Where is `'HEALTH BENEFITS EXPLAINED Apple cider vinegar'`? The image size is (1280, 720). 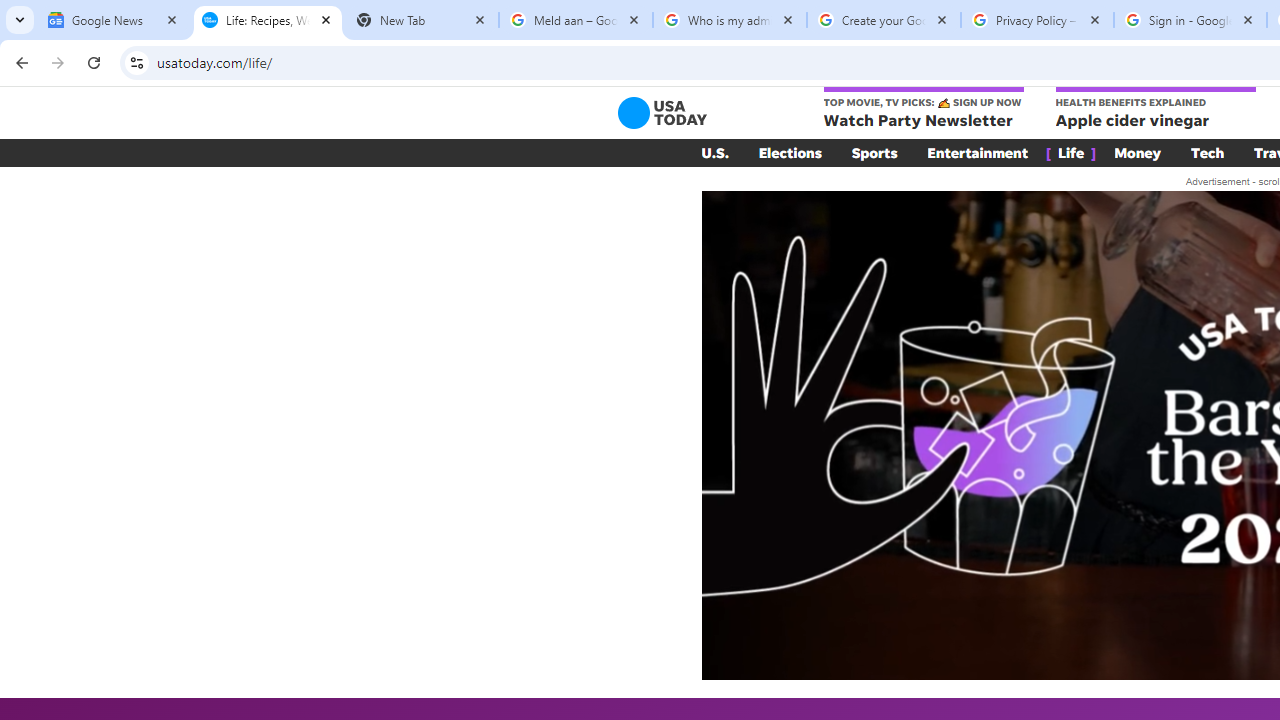 'HEALTH BENEFITS EXPLAINED Apple cider vinegar' is located at coordinates (1155, 109).